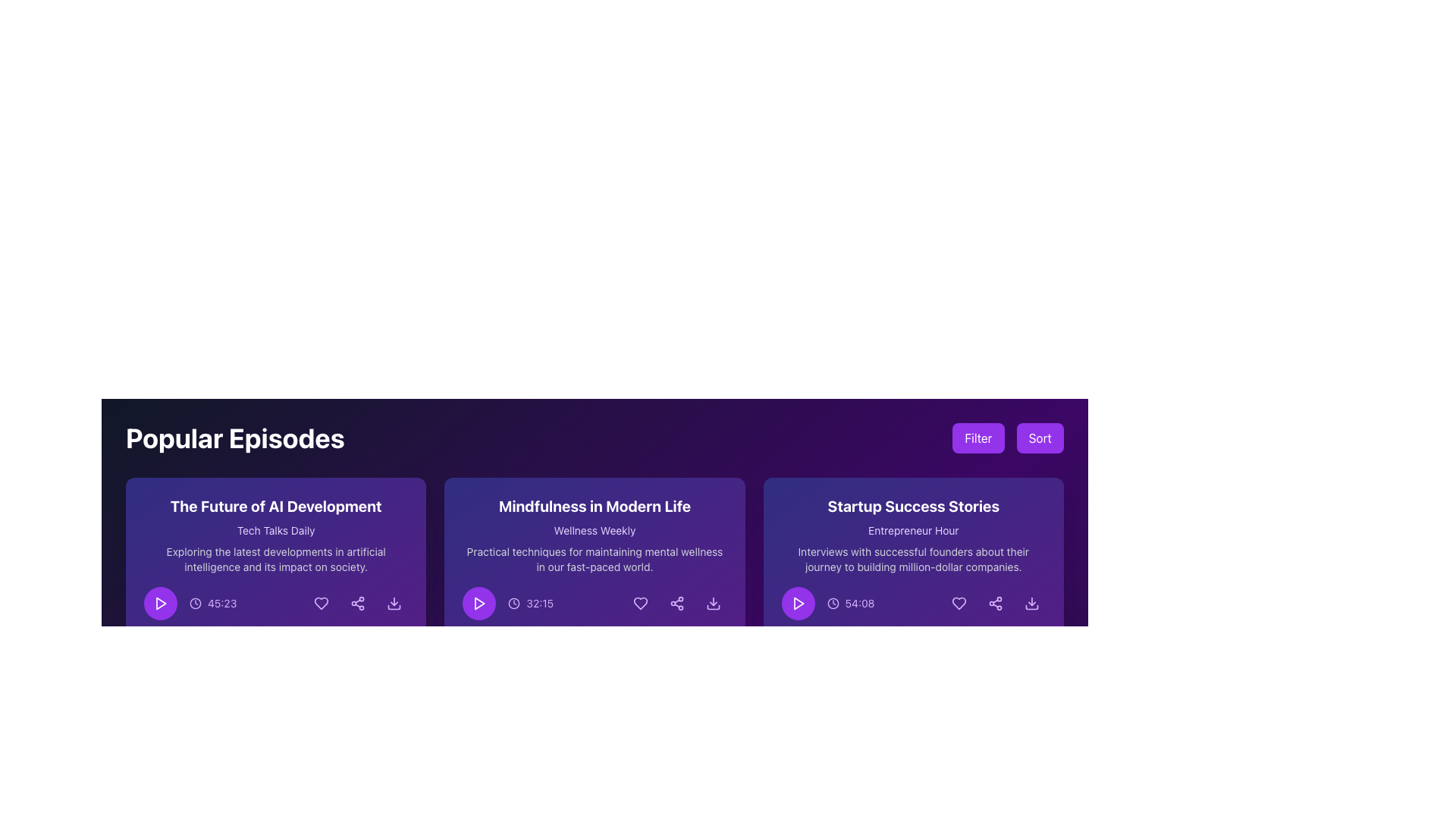 The height and width of the screenshot is (819, 1456). I want to click on the play button located at the bottom of the Content card titled 'Mindfulness in Modern Life', so click(594, 579).